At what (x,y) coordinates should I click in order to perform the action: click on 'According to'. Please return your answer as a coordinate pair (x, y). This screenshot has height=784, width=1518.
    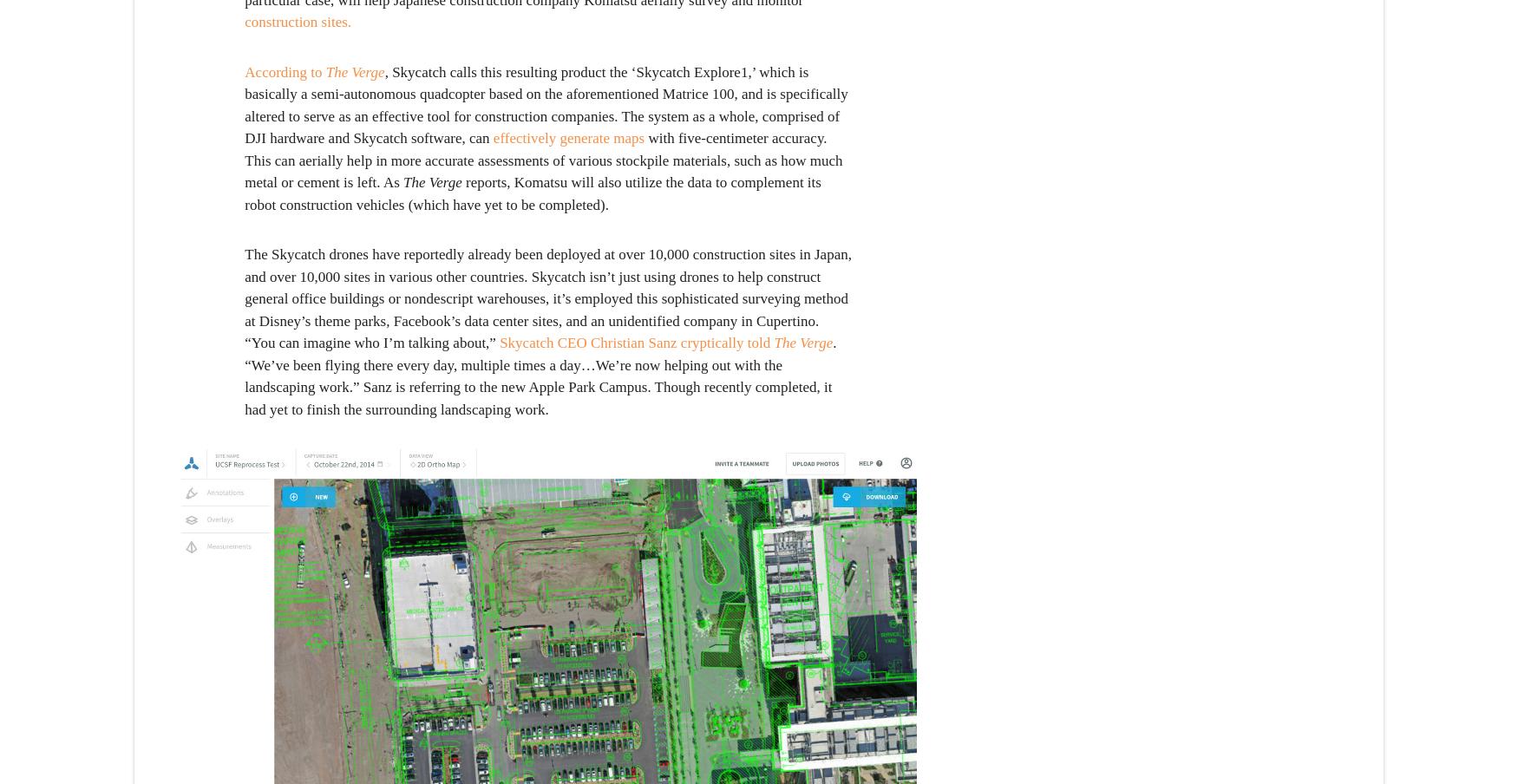
    Looking at the image, I should click on (285, 71).